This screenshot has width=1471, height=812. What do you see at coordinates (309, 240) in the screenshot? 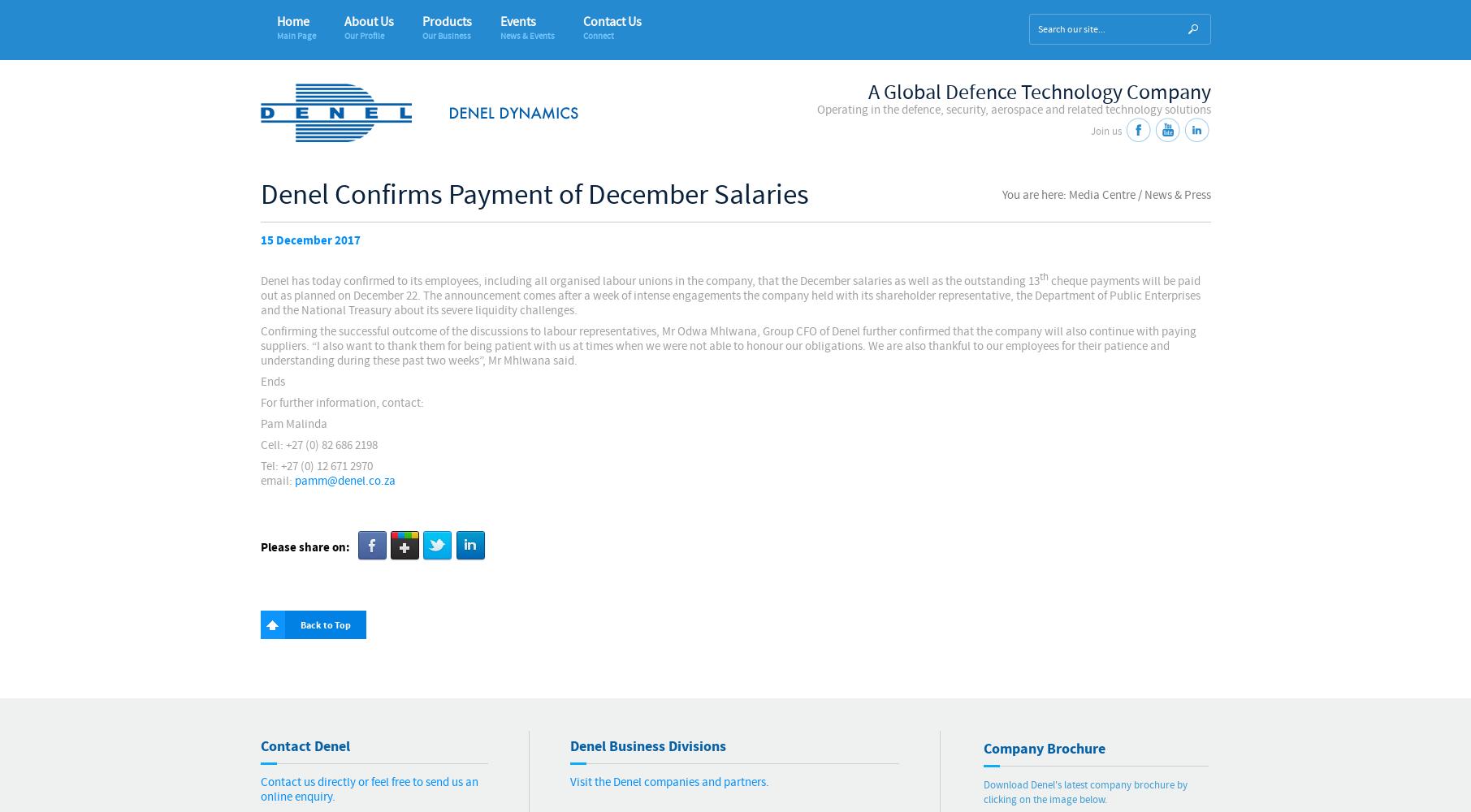
I see `'15 December 2017'` at bounding box center [309, 240].